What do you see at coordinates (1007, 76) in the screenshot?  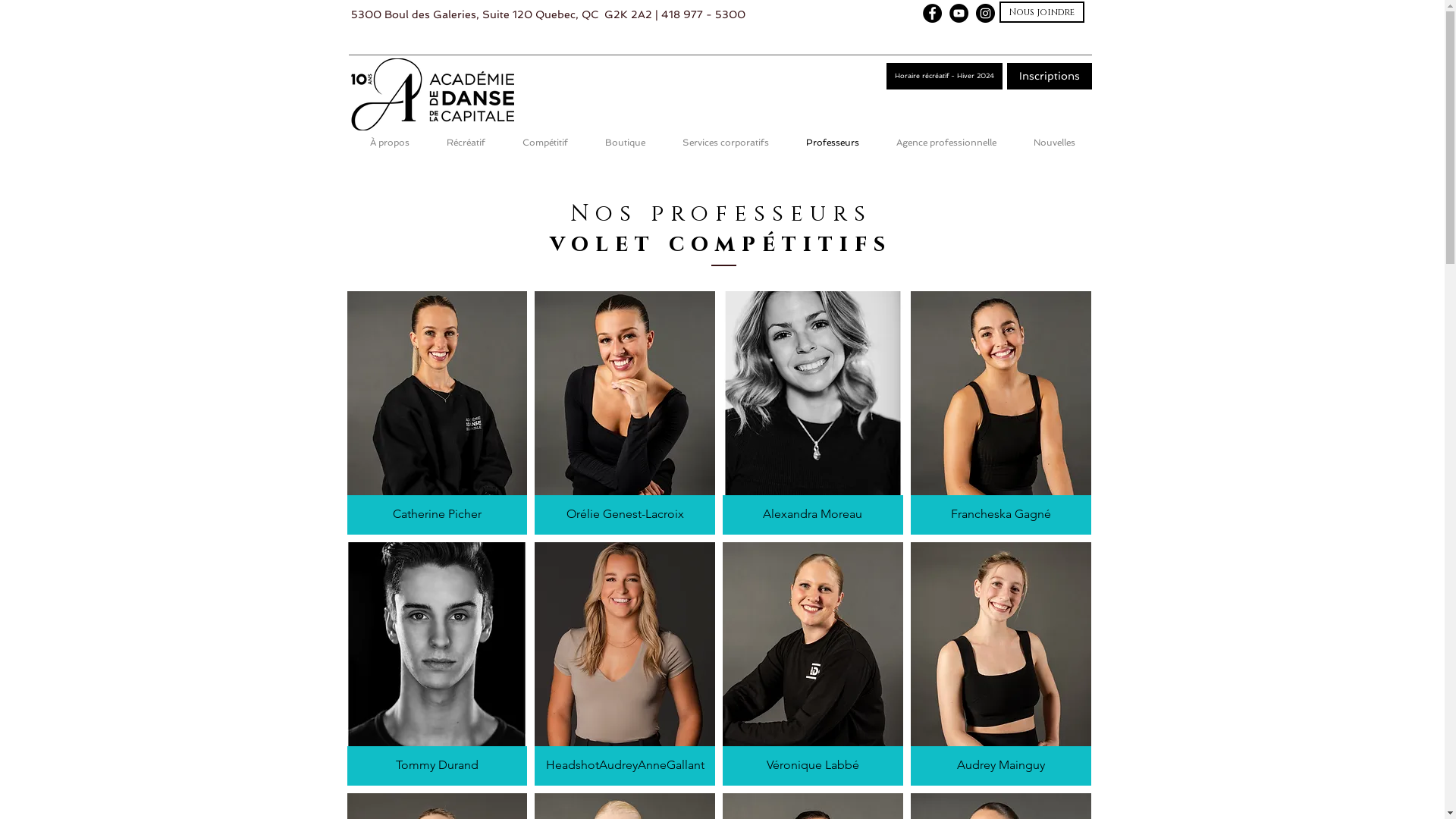 I see `'Inscriptions'` at bounding box center [1007, 76].